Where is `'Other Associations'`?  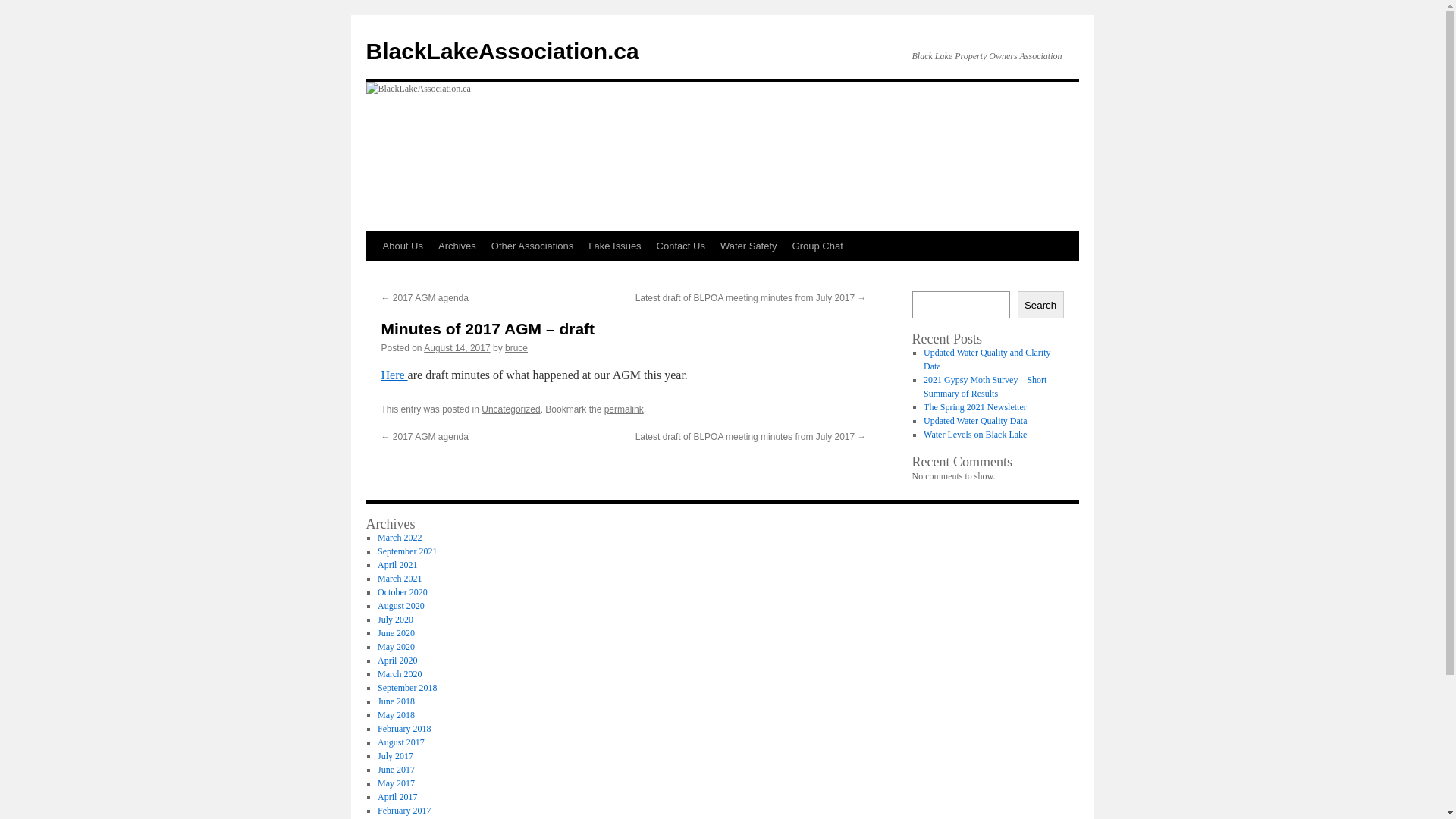 'Other Associations' is located at coordinates (532, 245).